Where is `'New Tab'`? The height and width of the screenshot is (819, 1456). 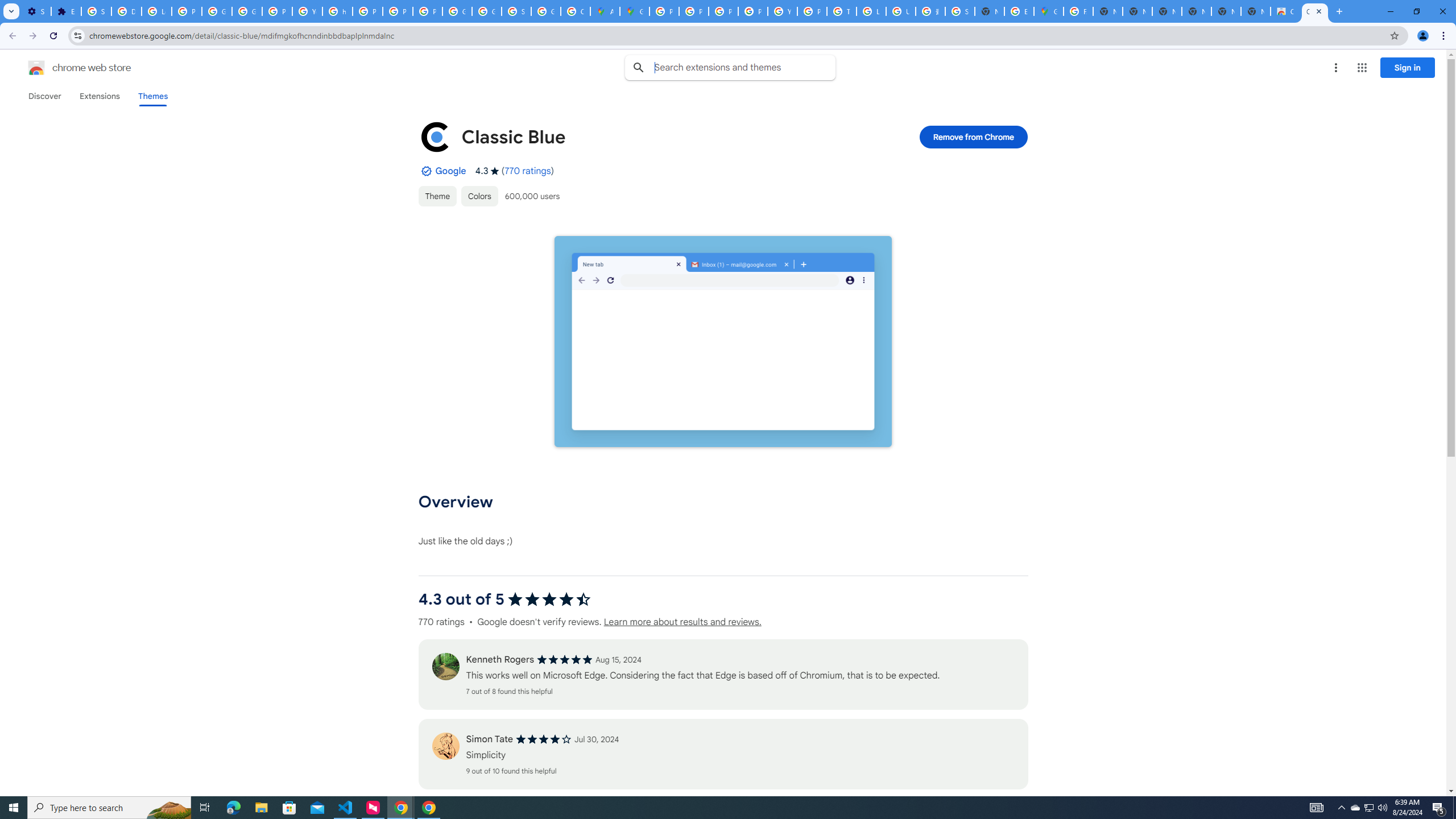 'New Tab' is located at coordinates (1256, 11).